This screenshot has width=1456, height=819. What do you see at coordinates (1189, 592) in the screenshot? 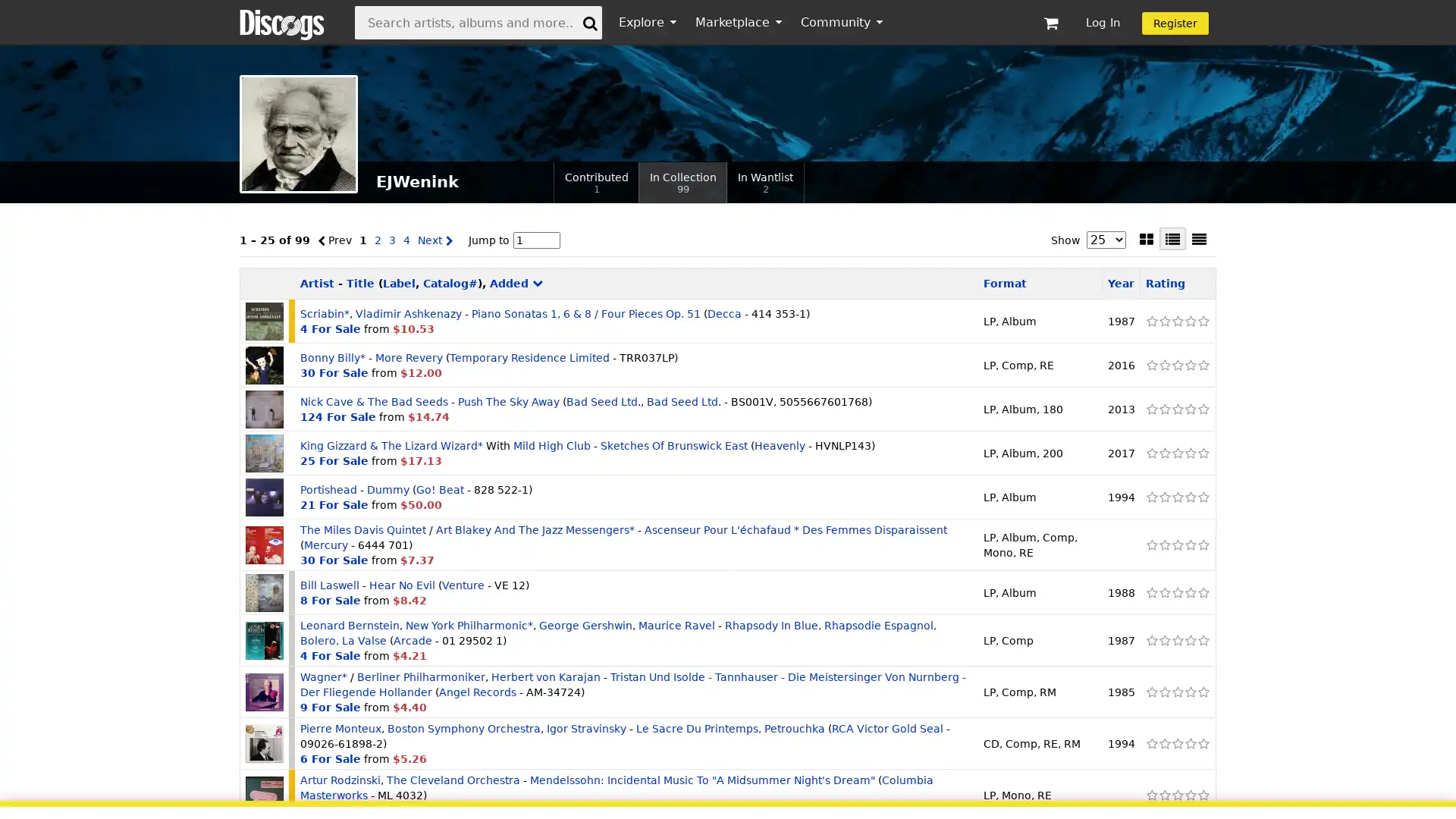
I see `Rate this release 4 stars.` at bounding box center [1189, 592].